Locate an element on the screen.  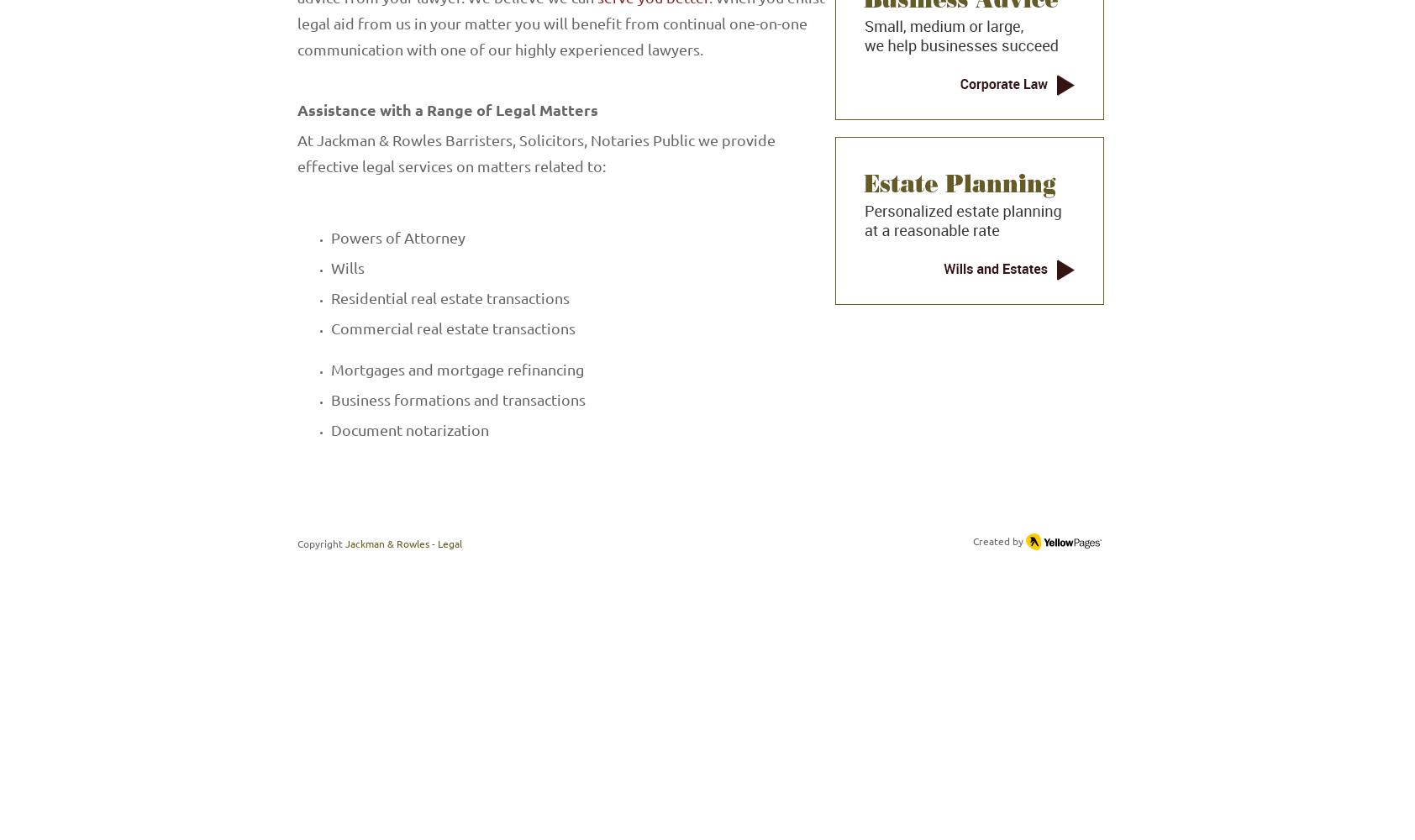
'-' is located at coordinates (431, 543).